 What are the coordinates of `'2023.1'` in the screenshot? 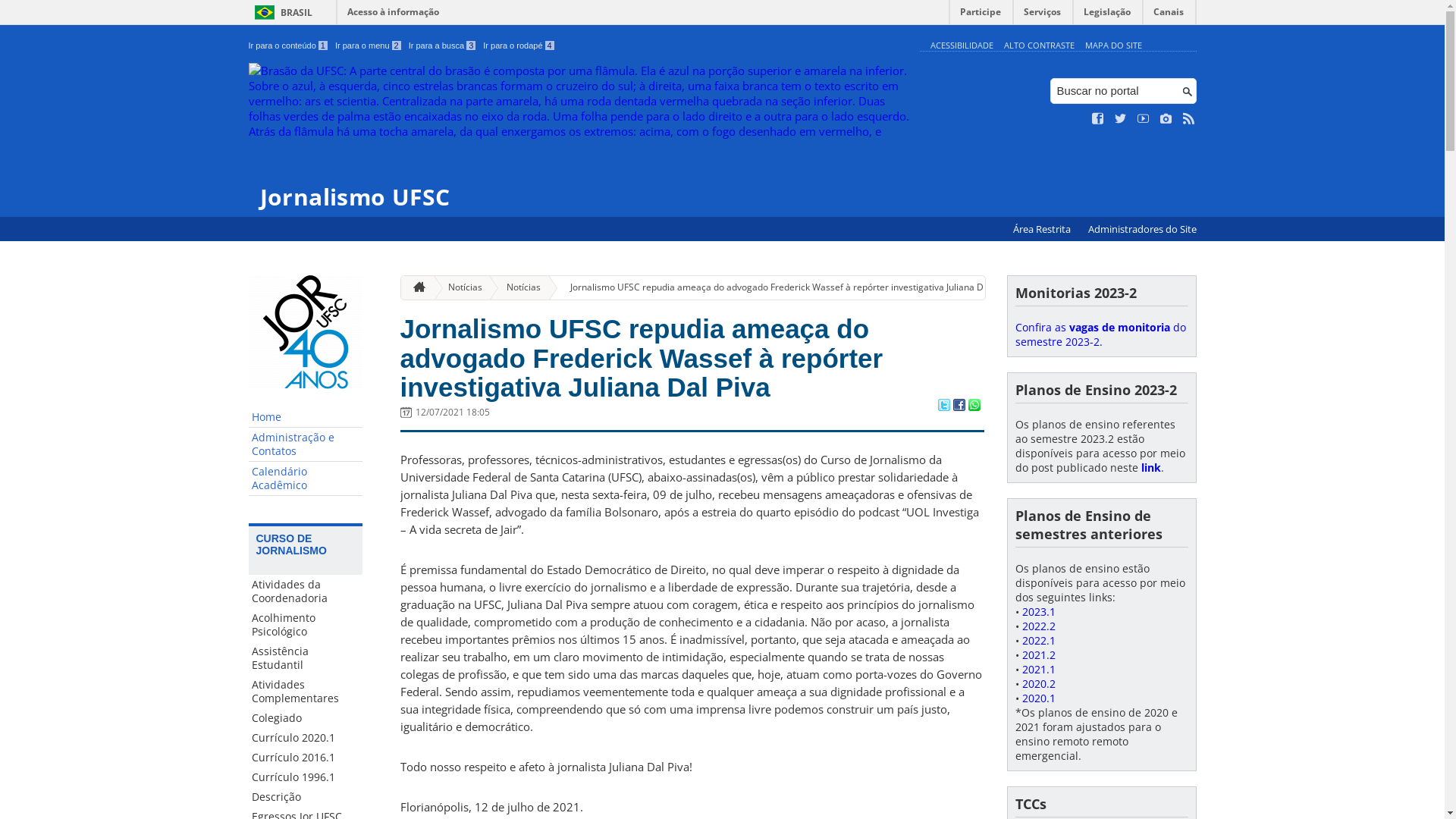 It's located at (1037, 610).